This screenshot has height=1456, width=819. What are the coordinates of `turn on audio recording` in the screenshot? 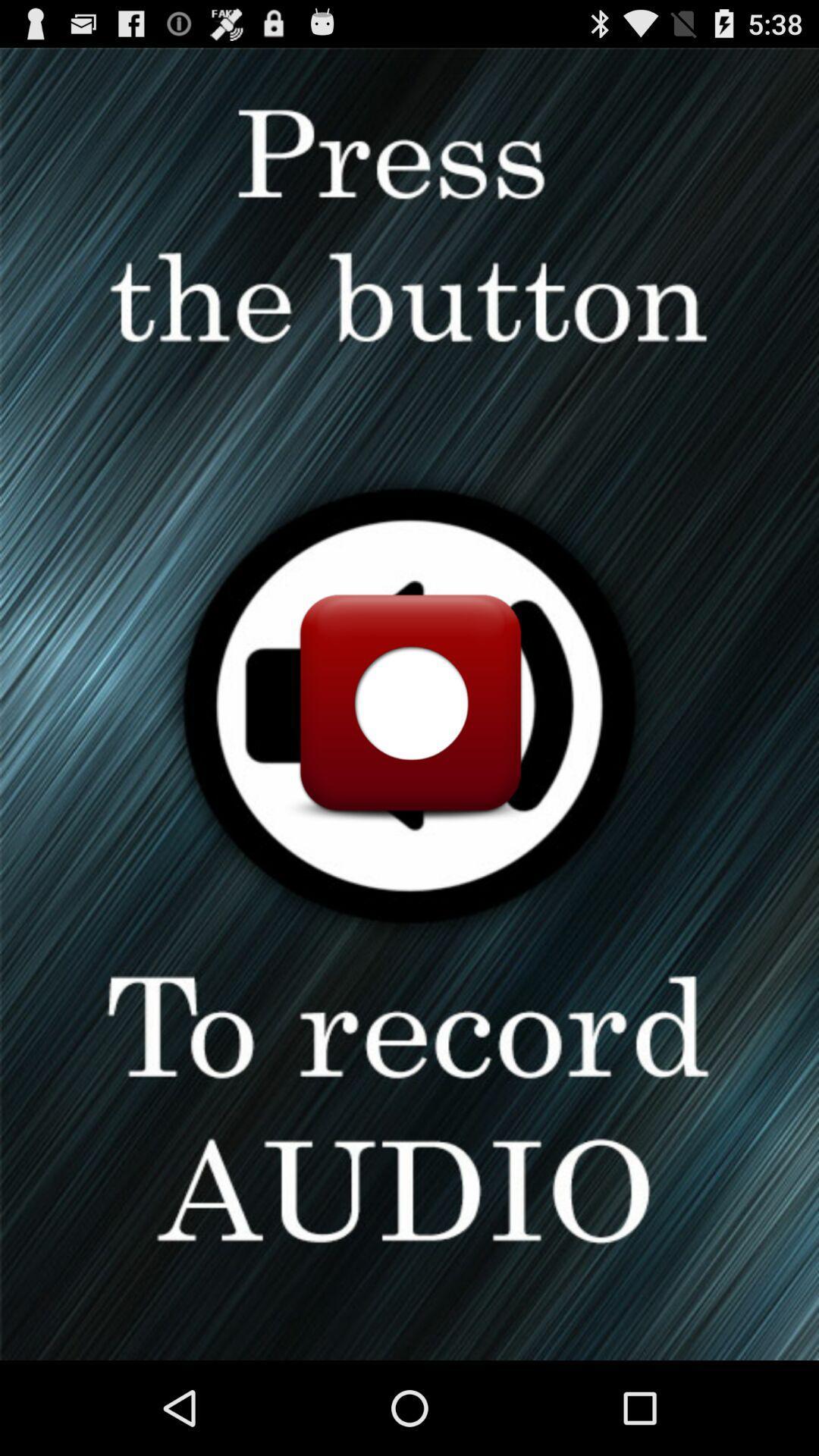 It's located at (409, 703).